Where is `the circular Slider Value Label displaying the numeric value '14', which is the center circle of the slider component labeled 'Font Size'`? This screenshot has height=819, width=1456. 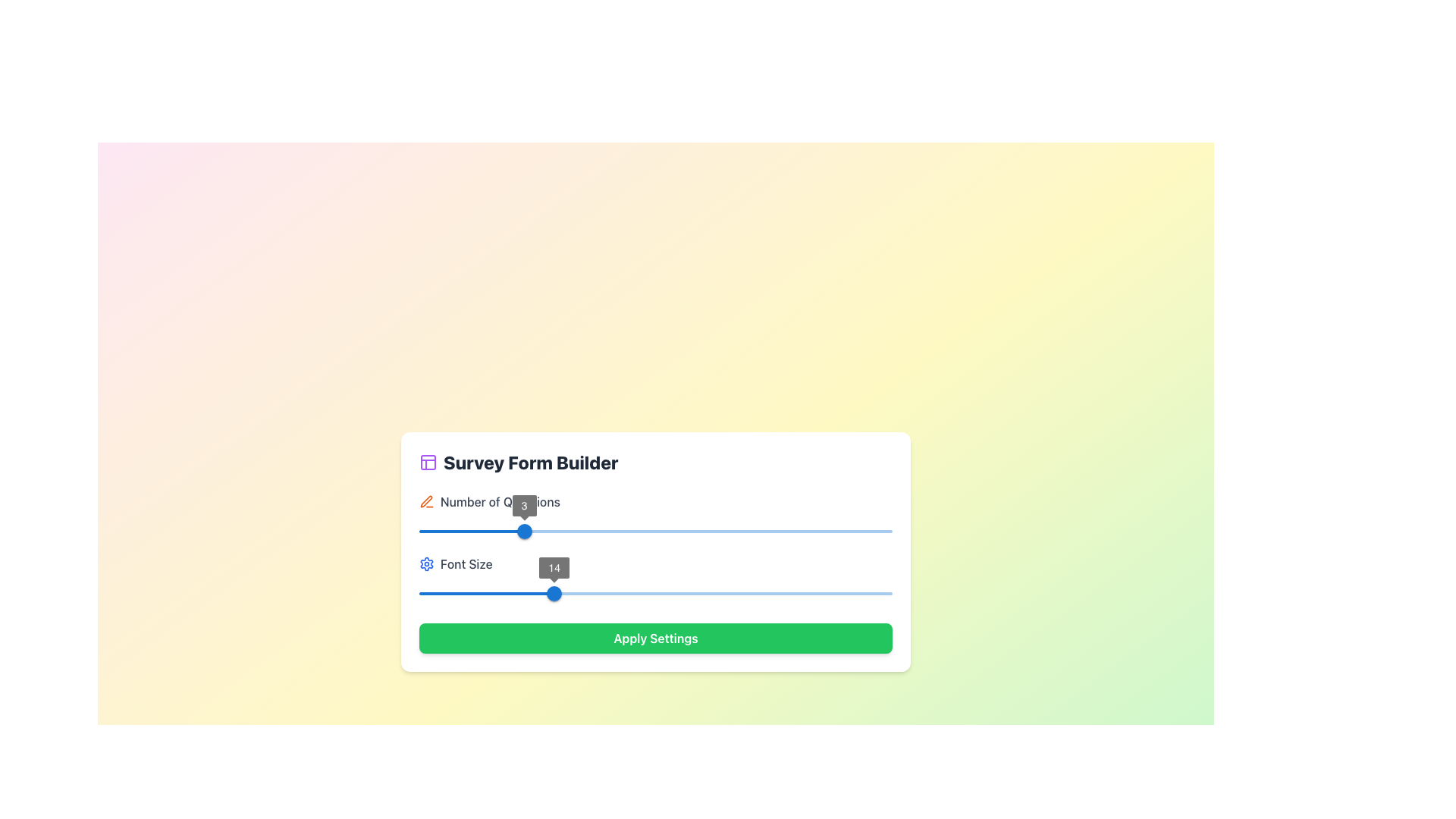
the circular Slider Value Label displaying the numeric value '14', which is the center circle of the slider component labeled 'Font Size' is located at coordinates (554, 567).